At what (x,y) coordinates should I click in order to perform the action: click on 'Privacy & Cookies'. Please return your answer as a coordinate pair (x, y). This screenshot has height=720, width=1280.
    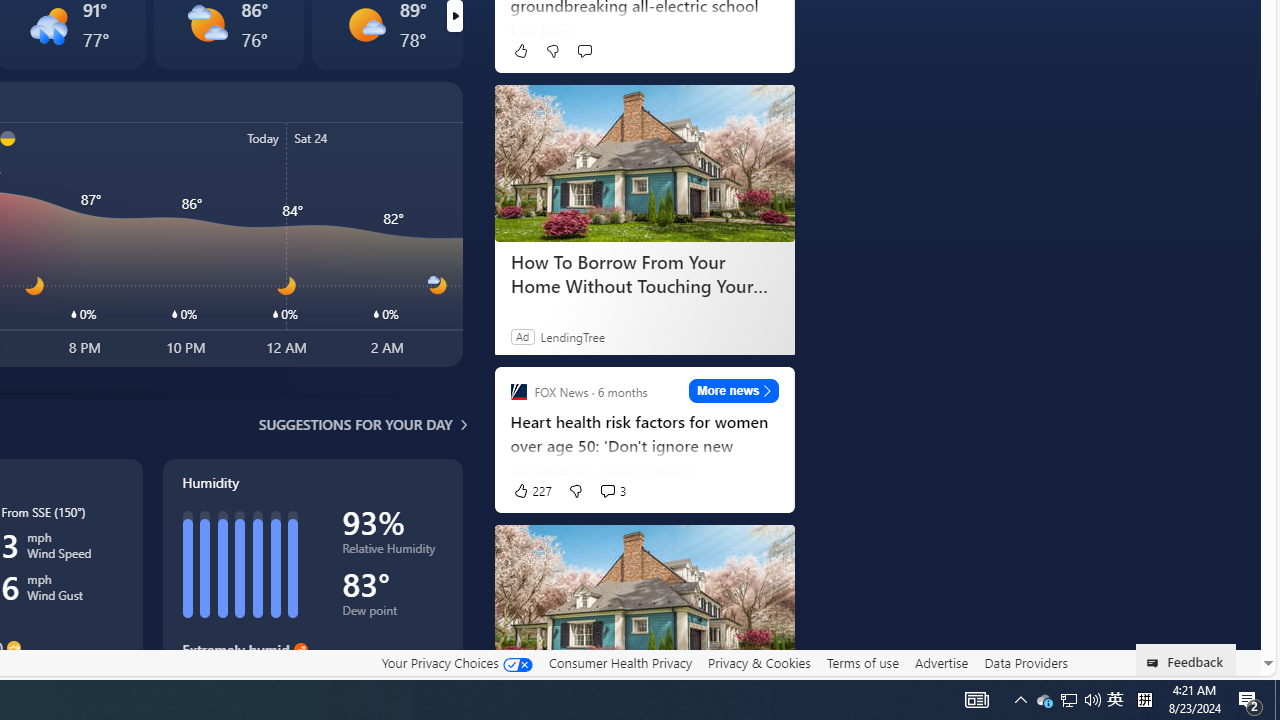
    Looking at the image, I should click on (758, 662).